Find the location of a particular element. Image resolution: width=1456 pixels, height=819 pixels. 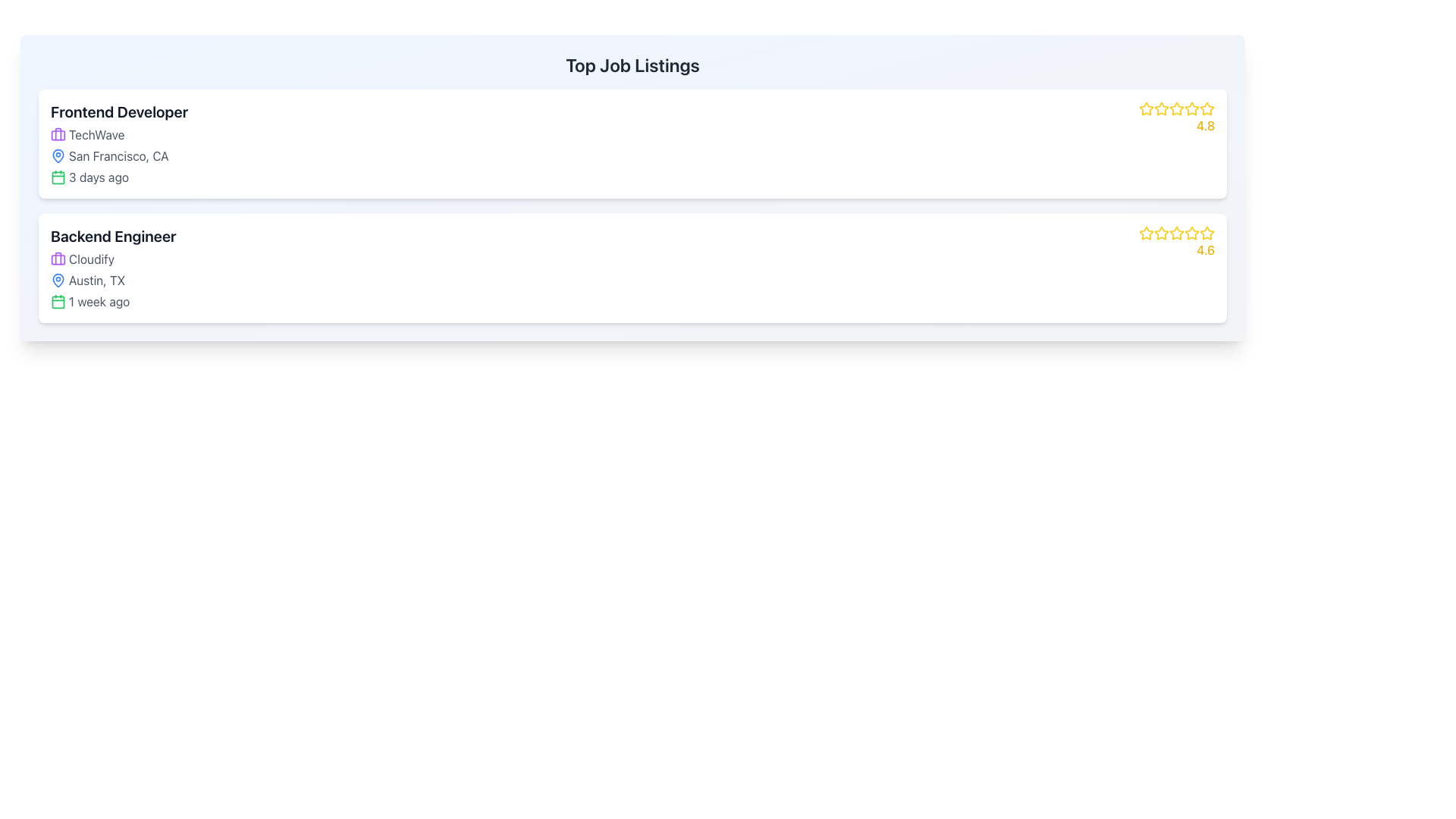

the first star-shaped icon with a yellow outline and white fill, representing a rating in the second job listing is located at coordinates (1147, 234).